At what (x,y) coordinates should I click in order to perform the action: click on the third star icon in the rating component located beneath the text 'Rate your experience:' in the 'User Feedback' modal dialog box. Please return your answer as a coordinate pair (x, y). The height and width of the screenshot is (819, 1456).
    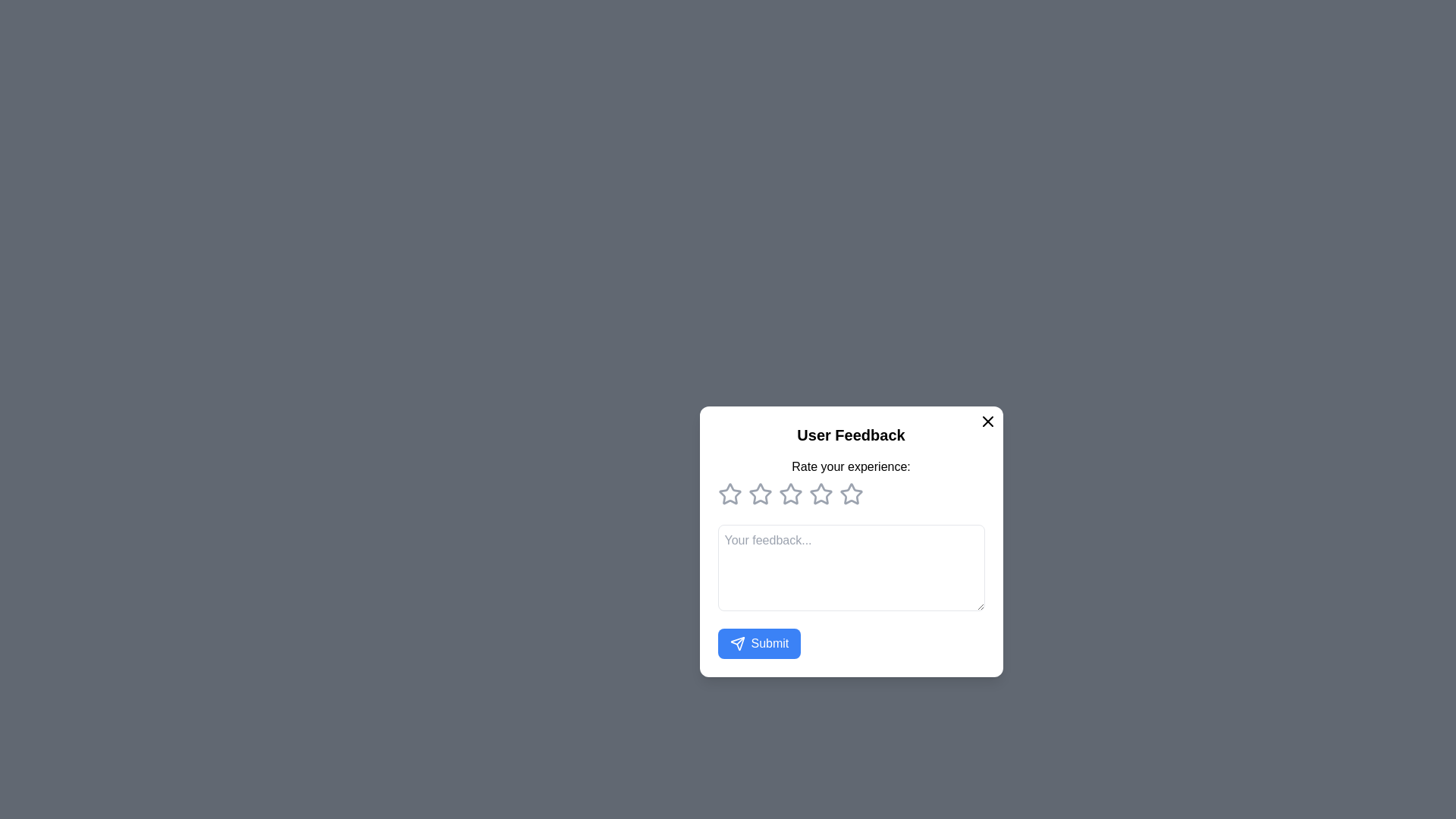
    Looking at the image, I should click on (789, 494).